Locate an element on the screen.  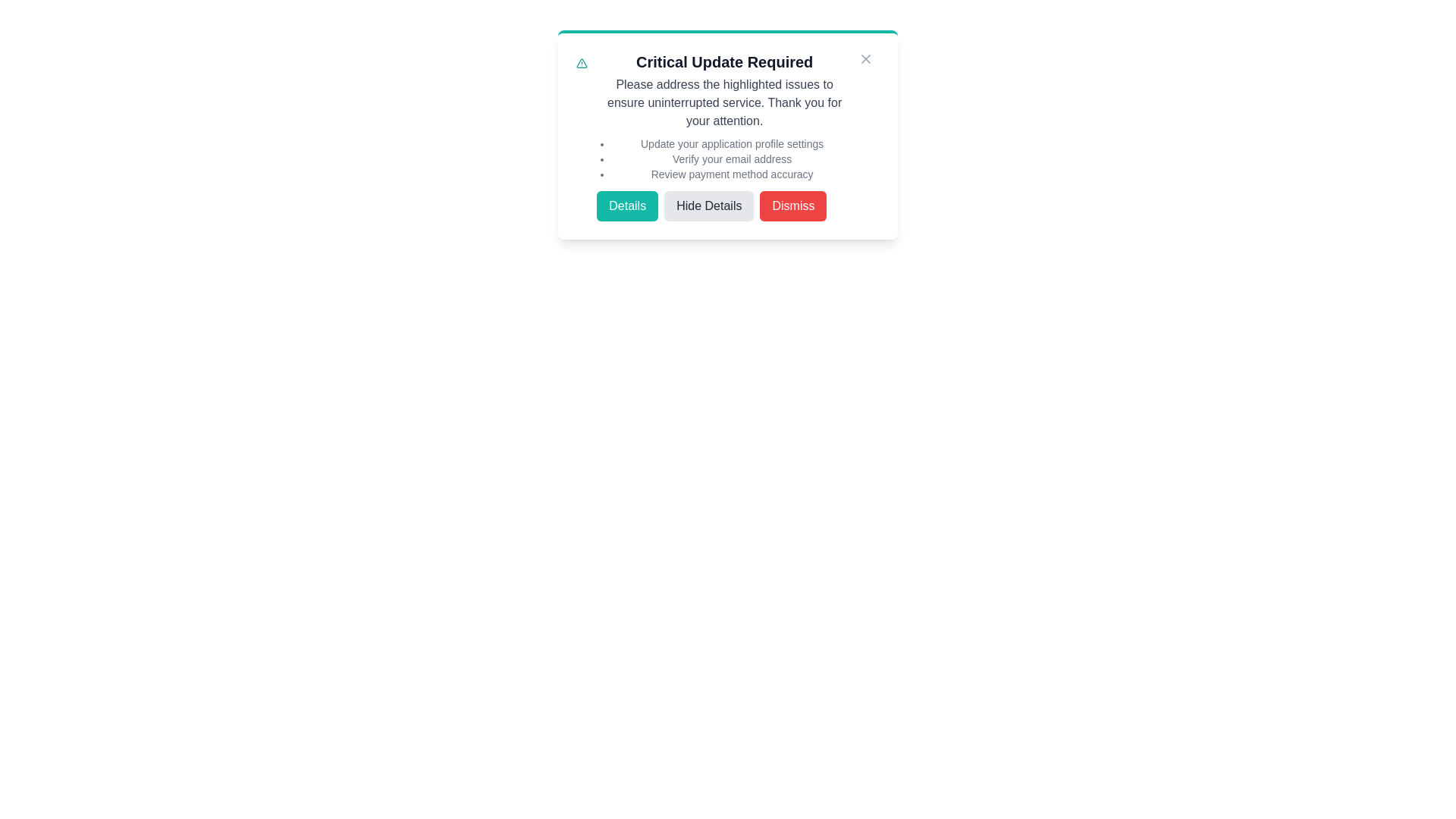
the triangular warning icon with a teal border located to the left of the 'Critical Update Required' text in the notification header is located at coordinates (581, 63).